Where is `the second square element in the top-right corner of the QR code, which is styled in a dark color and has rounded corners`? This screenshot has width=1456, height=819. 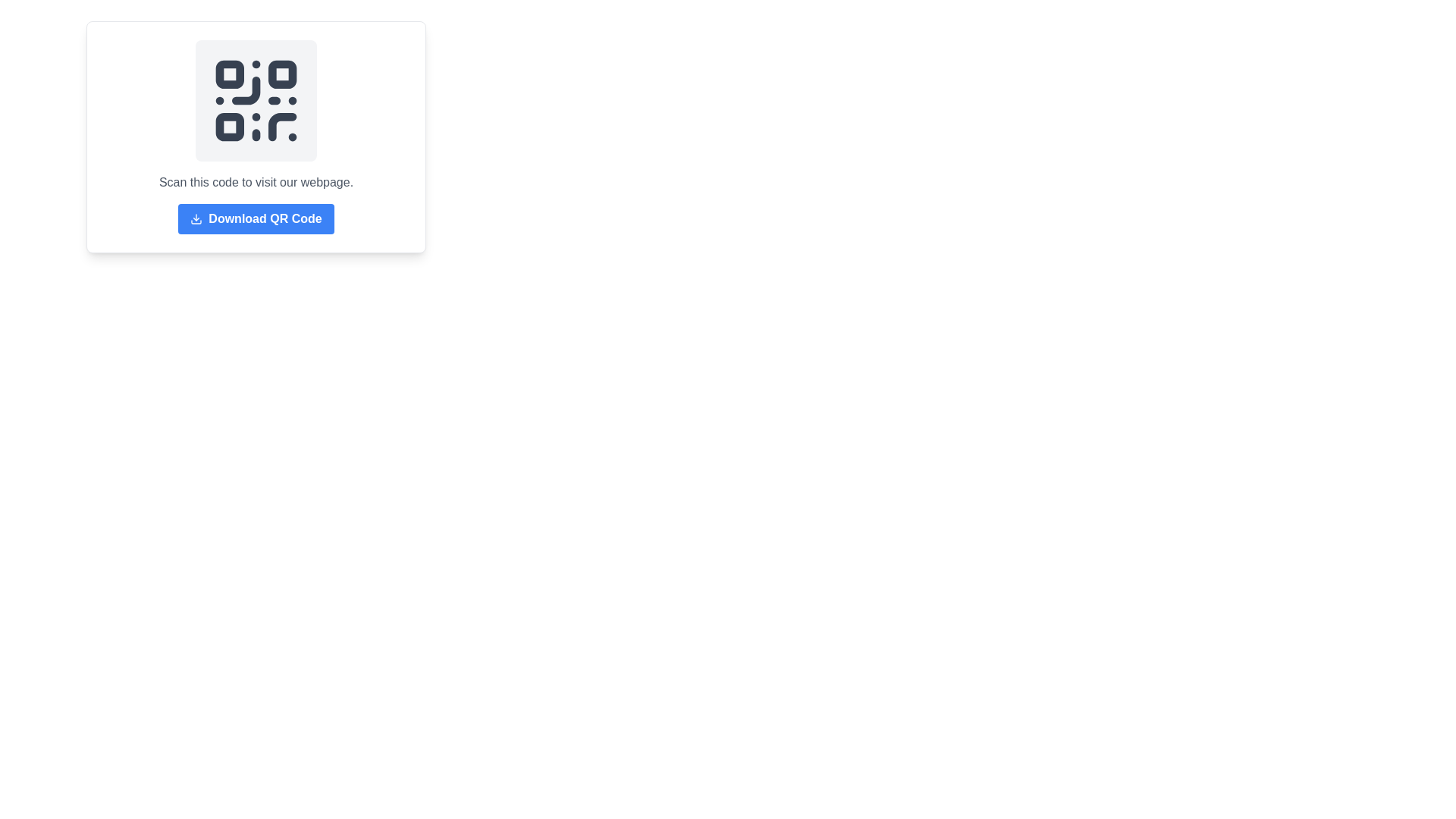 the second square element in the top-right corner of the QR code, which is styled in a dark color and has rounded corners is located at coordinates (282, 74).